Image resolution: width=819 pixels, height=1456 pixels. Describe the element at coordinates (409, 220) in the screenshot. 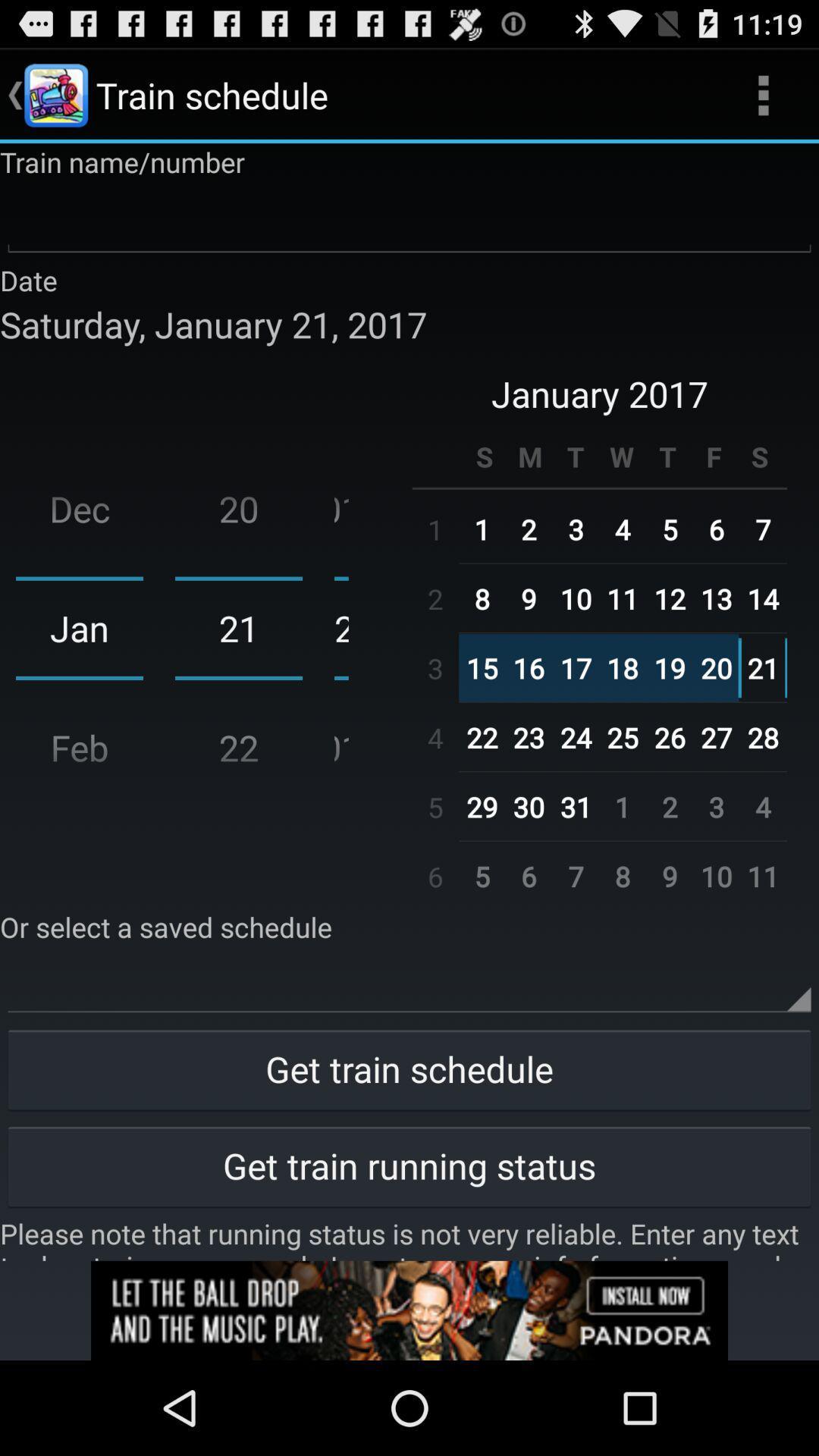

I see `train number/information` at that location.